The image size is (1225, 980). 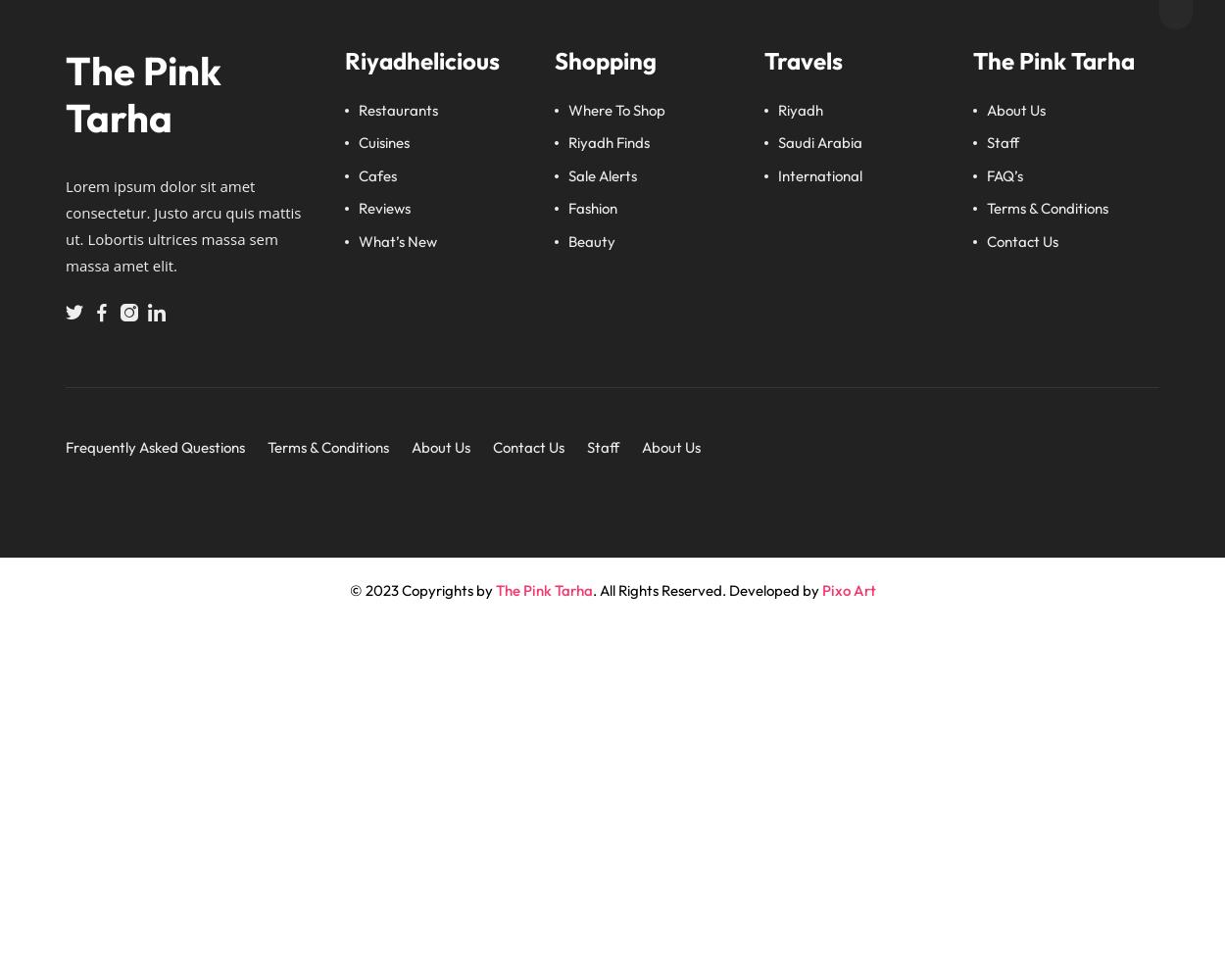 I want to click on 'Food', so click(x=661, y=76).